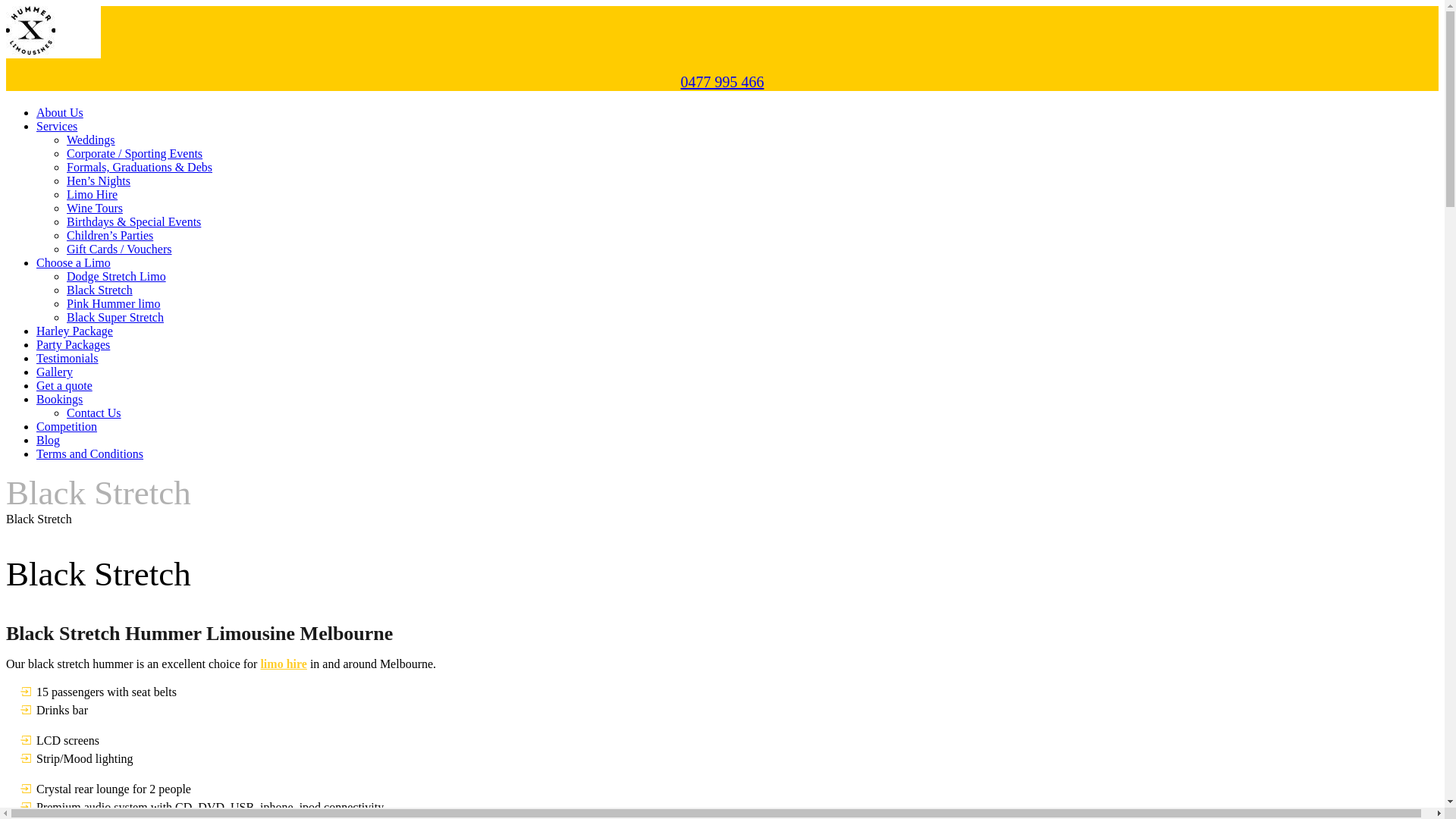  Describe the element at coordinates (133, 221) in the screenshot. I see `'Birthdays & Special Events'` at that location.